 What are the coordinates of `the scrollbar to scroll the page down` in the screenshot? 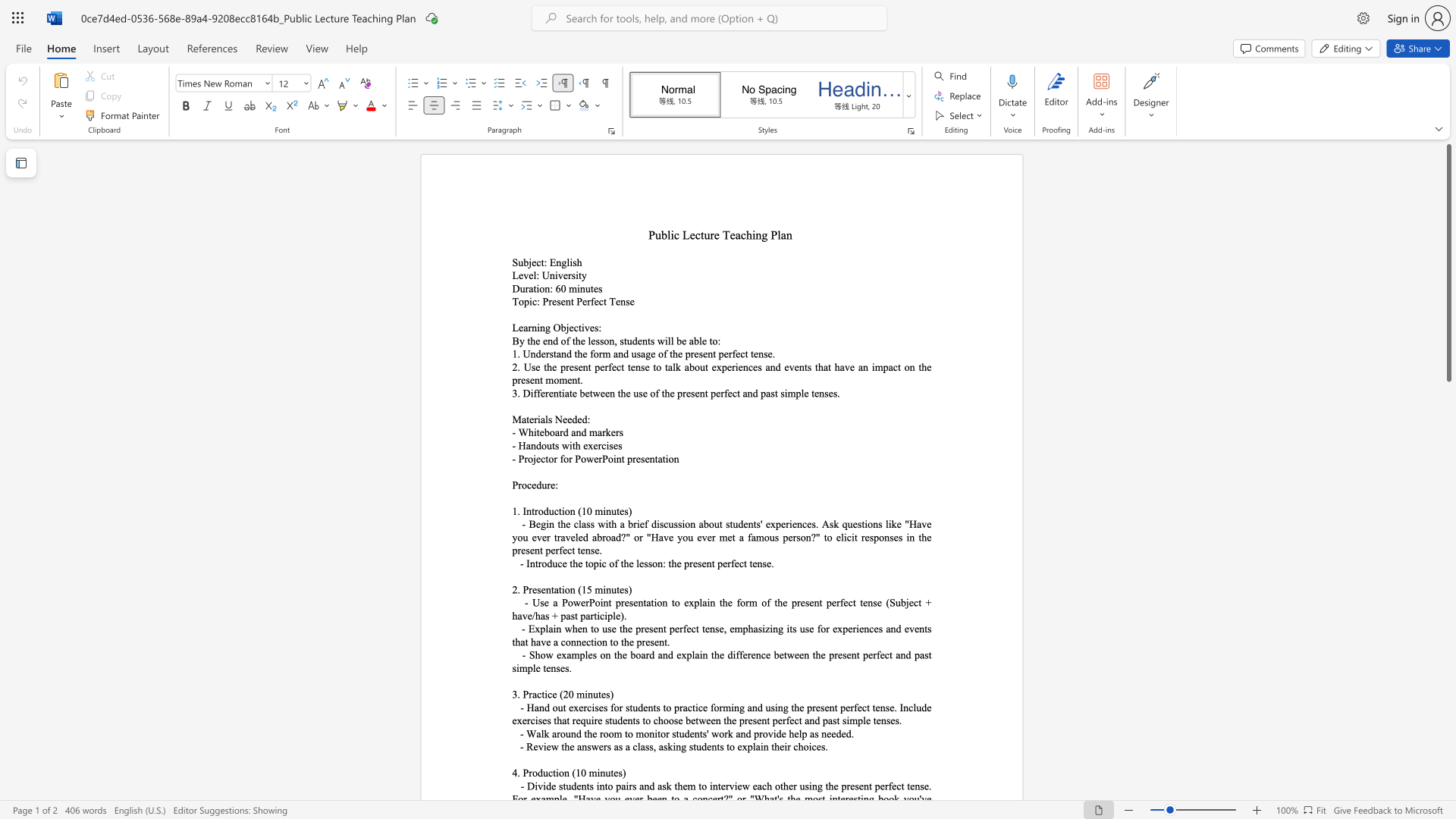 It's located at (1448, 447).